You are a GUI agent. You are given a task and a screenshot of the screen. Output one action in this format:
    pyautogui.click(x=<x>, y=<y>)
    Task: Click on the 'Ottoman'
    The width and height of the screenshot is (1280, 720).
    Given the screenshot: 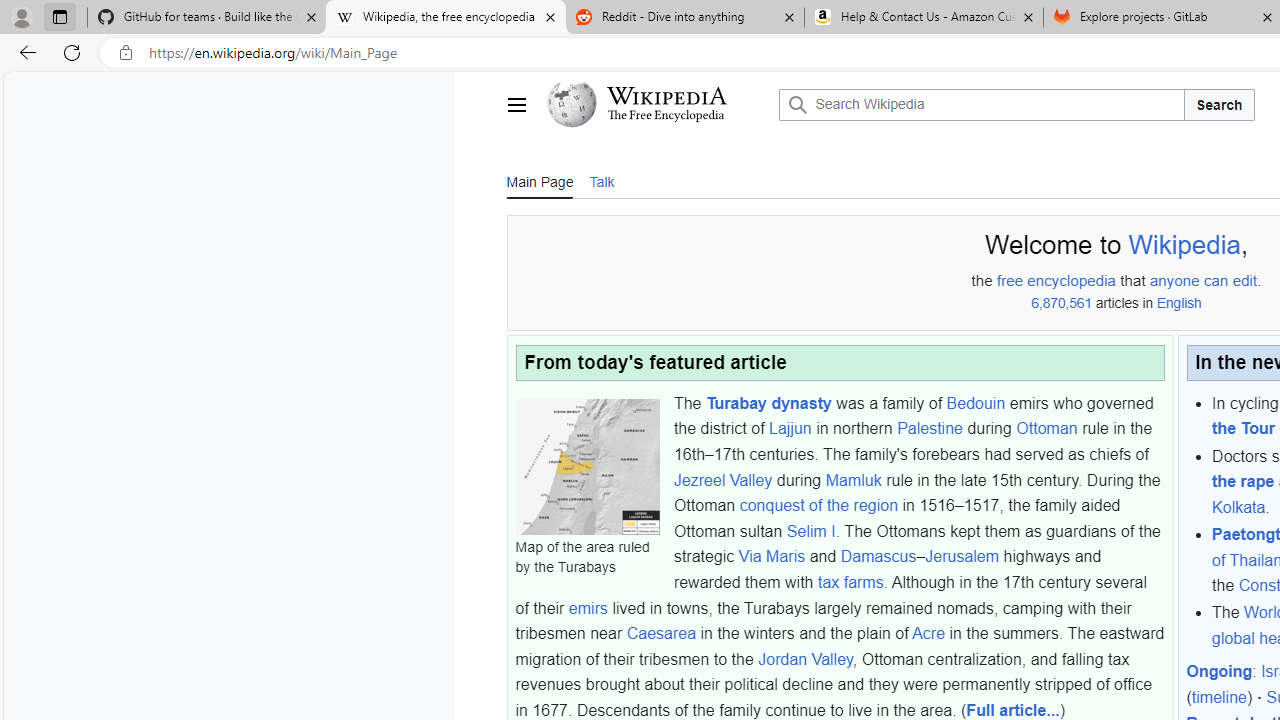 What is the action you would take?
    pyautogui.click(x=1046, y=427)
    